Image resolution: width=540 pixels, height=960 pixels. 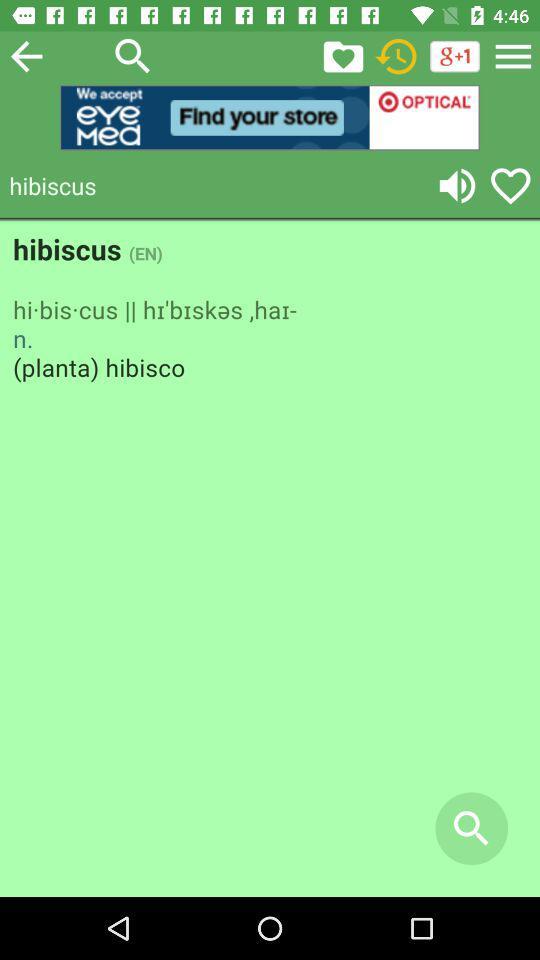 I want to click on the search icon, so click(x=133, y=55).